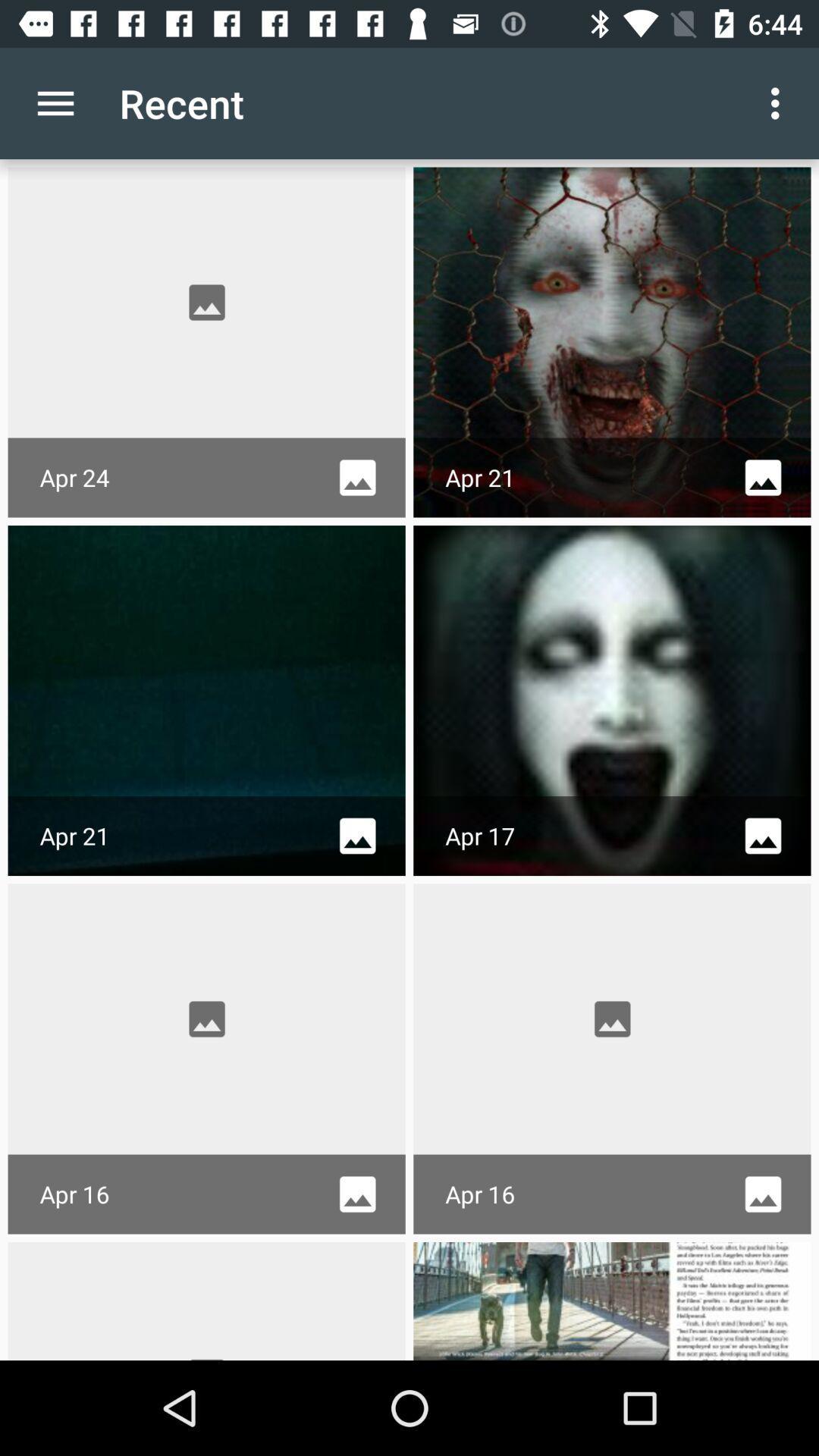 This screenshot has height=1456, width=819. What do you see at coordinates (779, 102) in the screenshot?
I see `the icon to the right of recent icon` at bounding box center [779, 102].